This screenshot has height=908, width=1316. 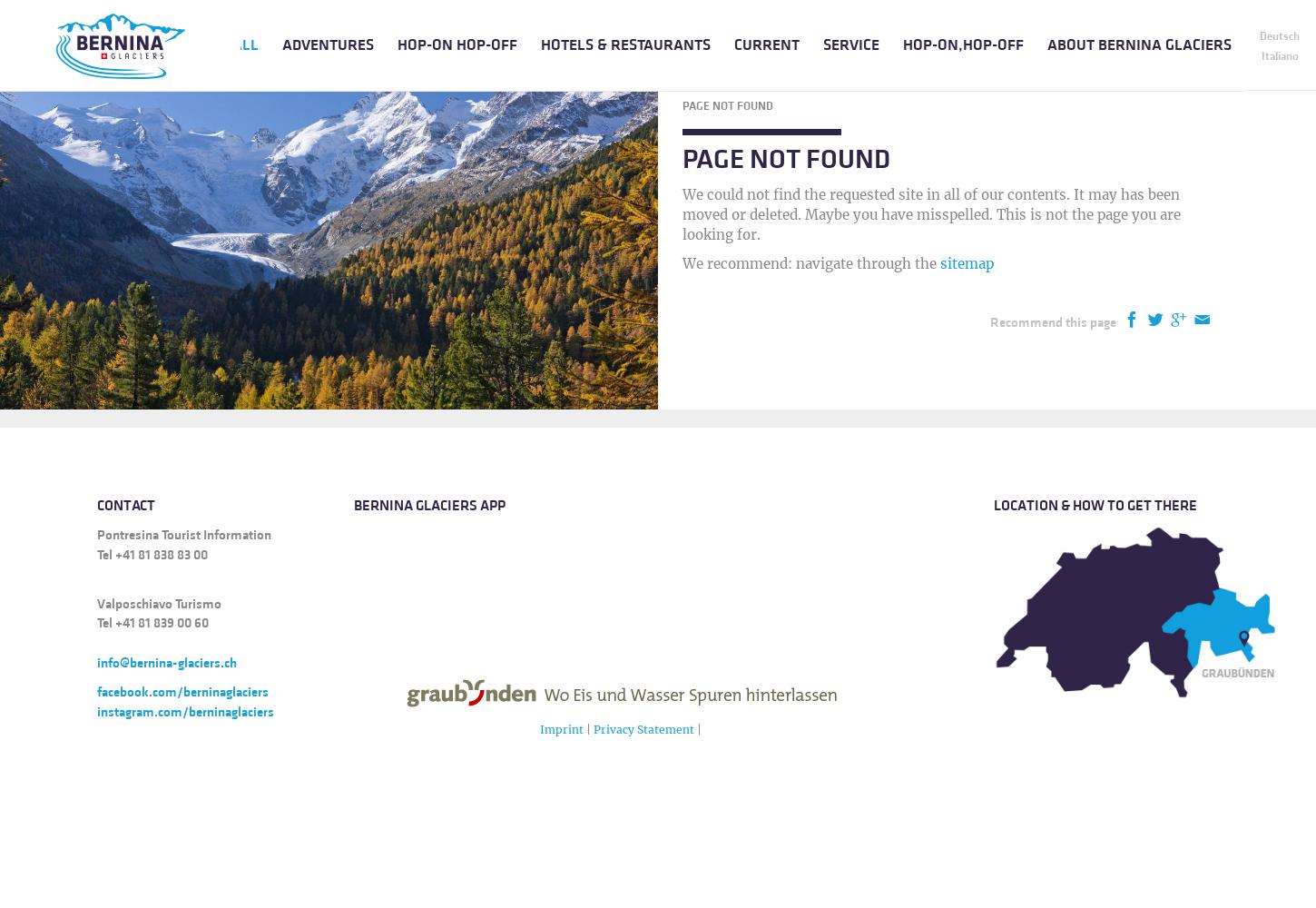 I want to click on 'Imprint', so click(x=559, y=728).